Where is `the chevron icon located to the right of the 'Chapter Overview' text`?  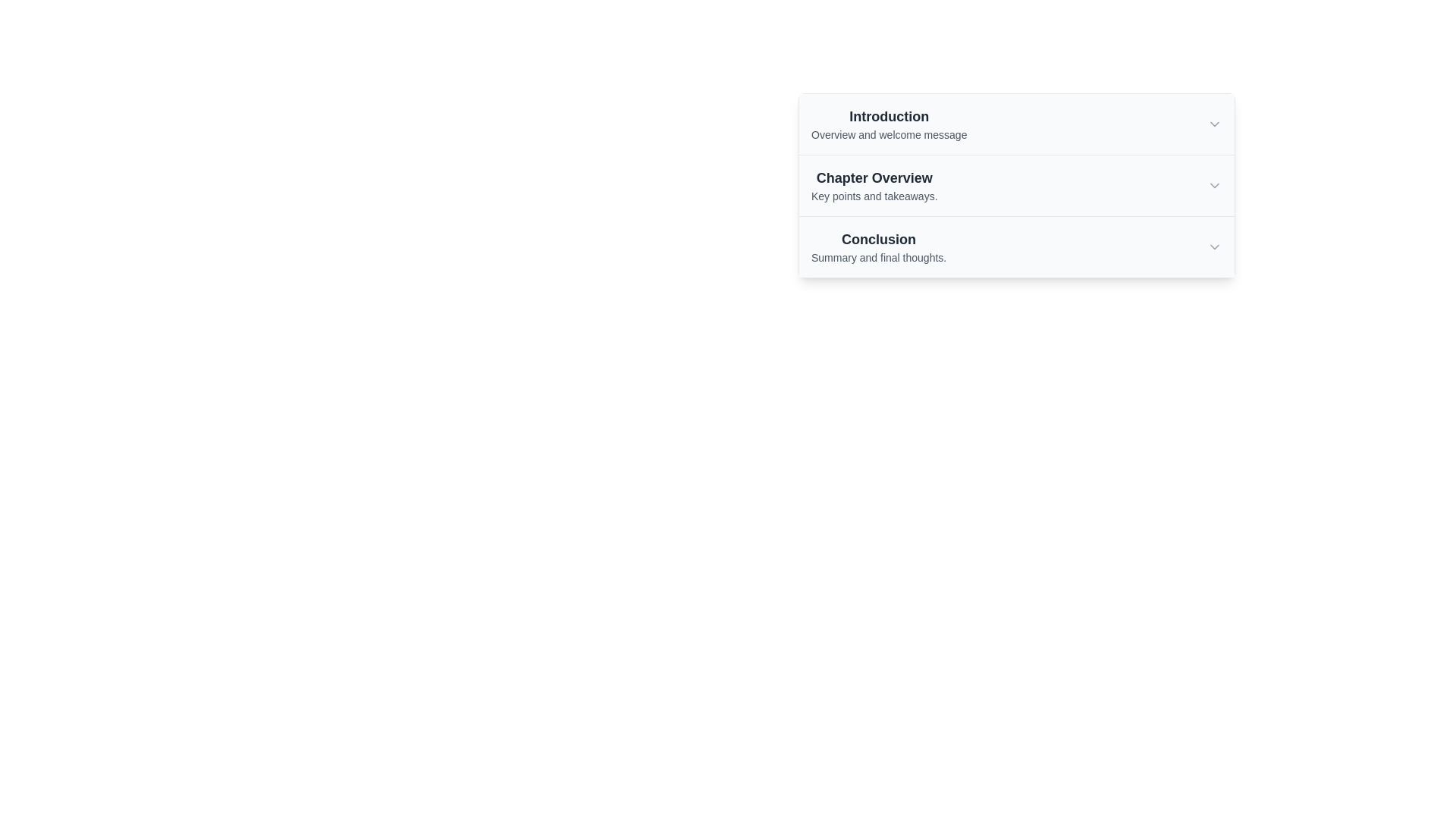 the chevron icon located to the right of the 'Chapter Overview' text is located at coordinates (1215, 185).